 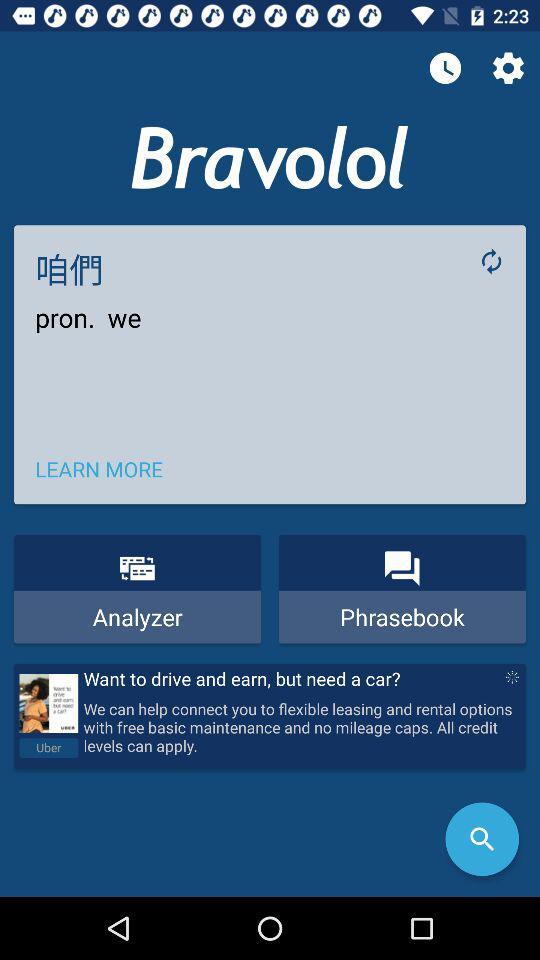 What do you see at coordinates (481, 839) in the screenshot?
I see `search` at bounding box center [481, 839].